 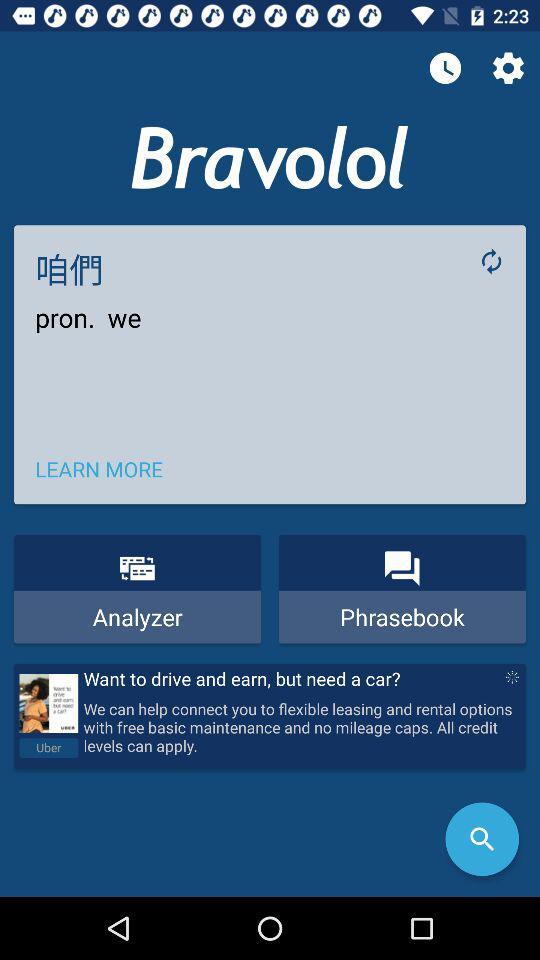 What do you see at coordinates (481, 839) in the screenshot?
I see `search` at bounding box center [481, 839].